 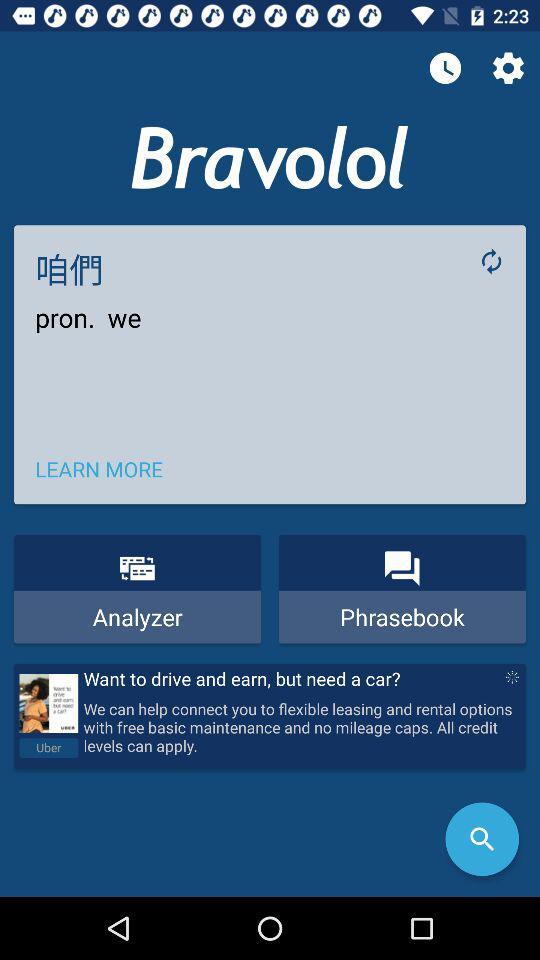 What do you see at coordinates (481, 839) in the screenshot?
I see `search` at bounding box center [481, 839].